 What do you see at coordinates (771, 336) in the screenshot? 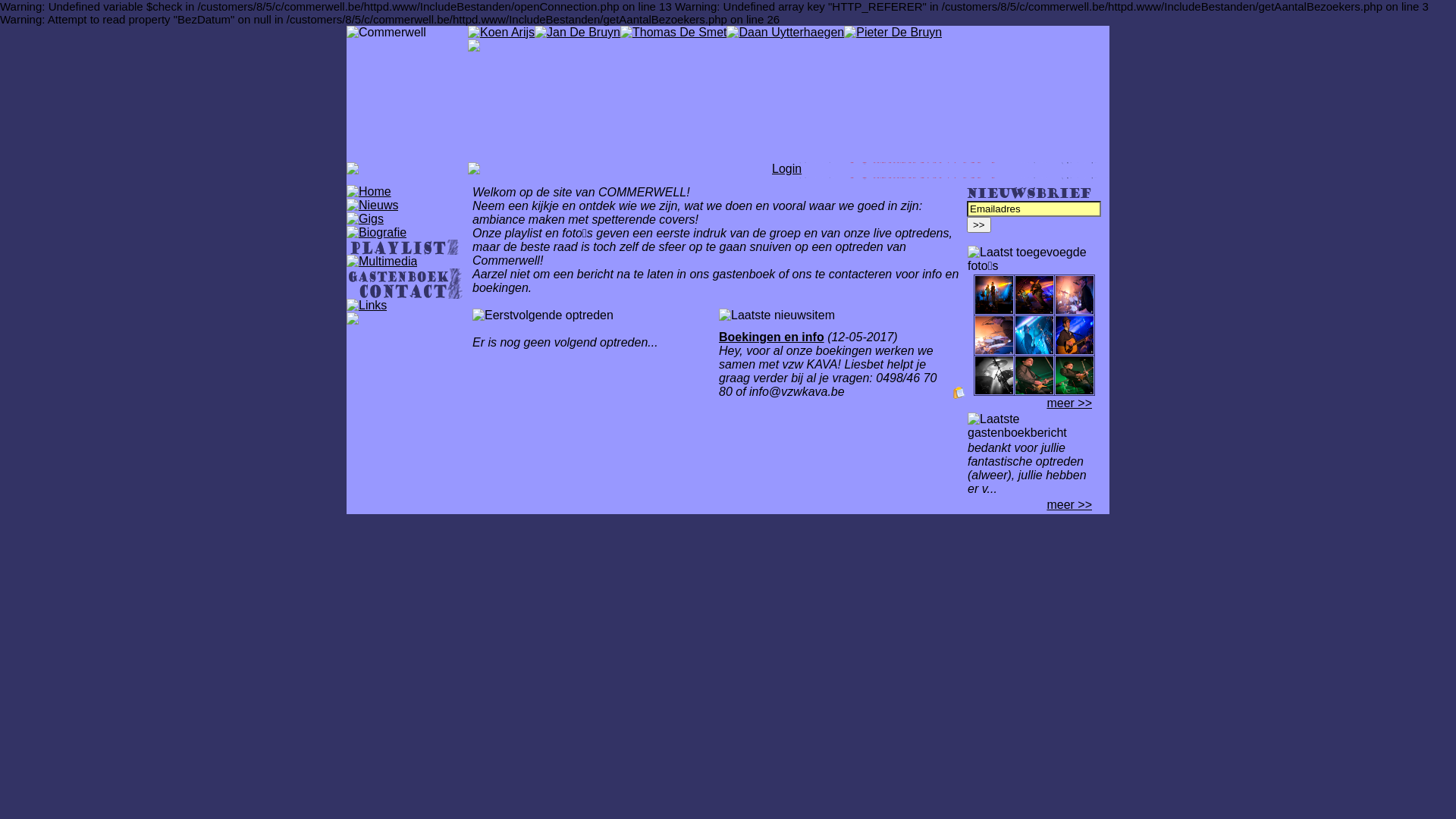
I see `'Boekingen en info'` at bounding box center [771, 336].